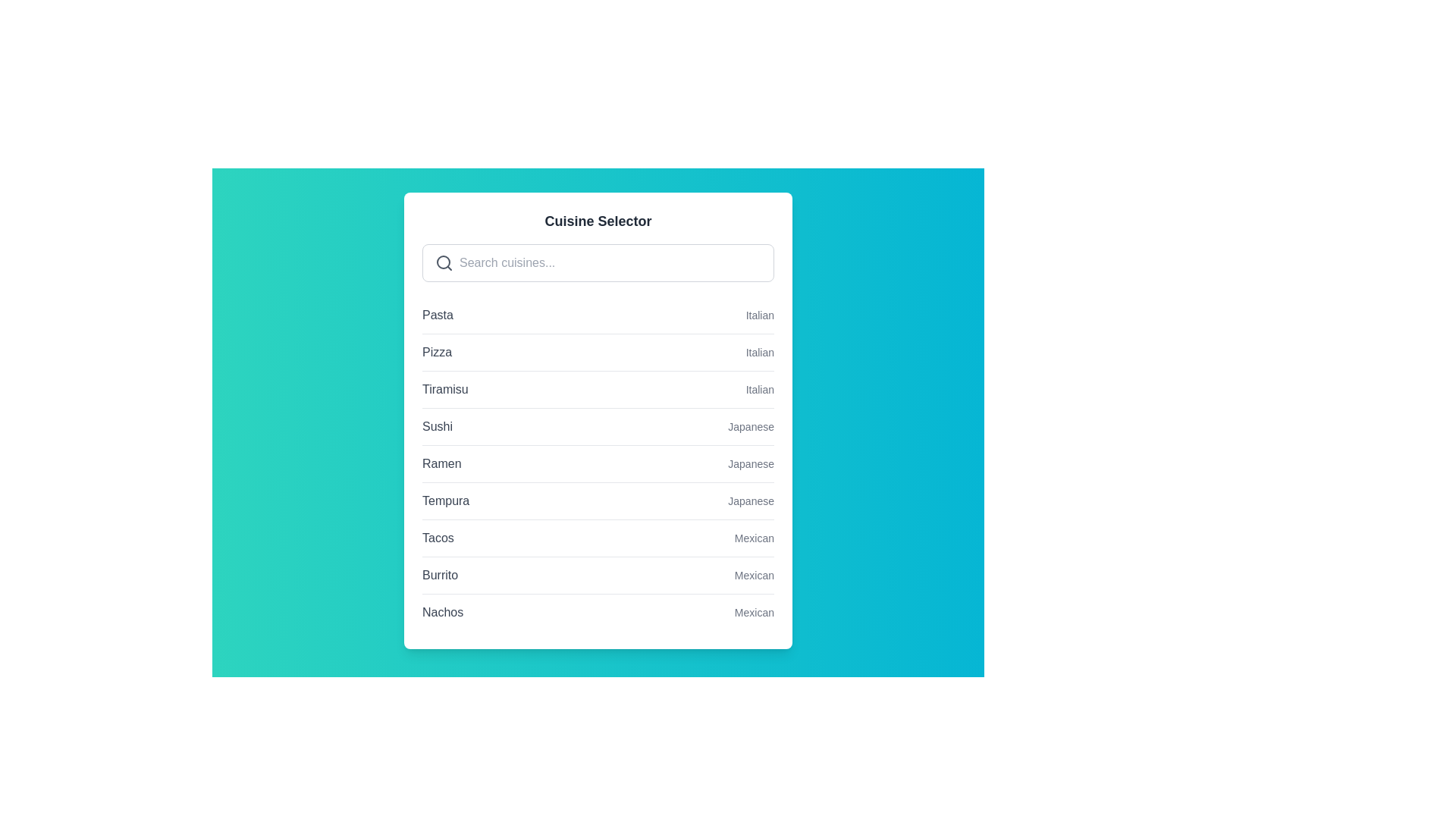 The width and height of the screenshot is (1456, 819). I want to click on text content of the 'Japanese' cuisine label, which is a text label serving as the title or main descriptor of the specific item, located in the center of the interface, so click(445, 500).